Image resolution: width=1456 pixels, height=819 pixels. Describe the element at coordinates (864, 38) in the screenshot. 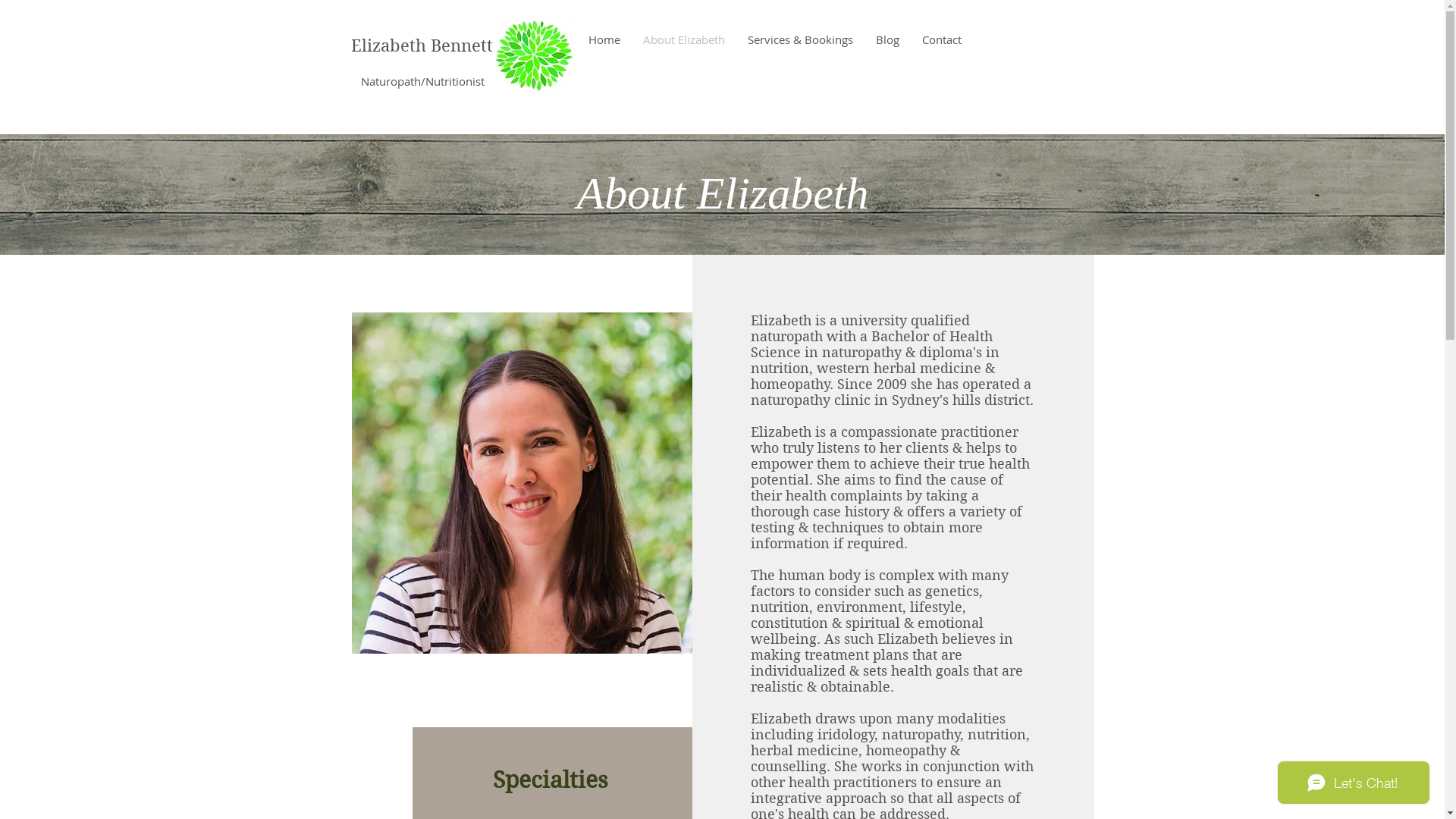

I see `'Blog'` at that location.